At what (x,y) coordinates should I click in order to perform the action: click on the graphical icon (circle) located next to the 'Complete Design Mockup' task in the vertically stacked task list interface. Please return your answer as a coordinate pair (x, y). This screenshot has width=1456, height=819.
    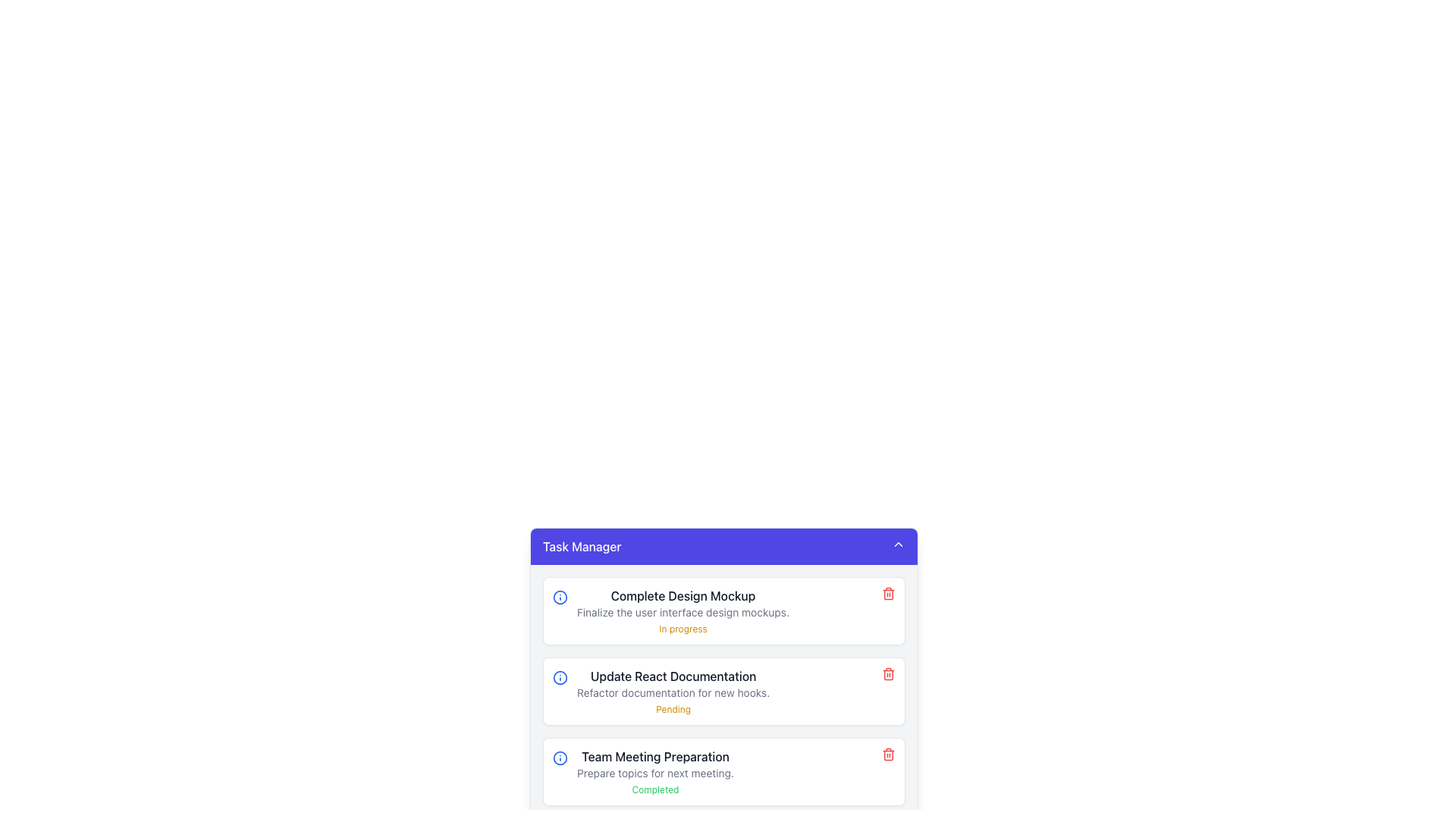
    Looking at the image, I should click on (560, 758).